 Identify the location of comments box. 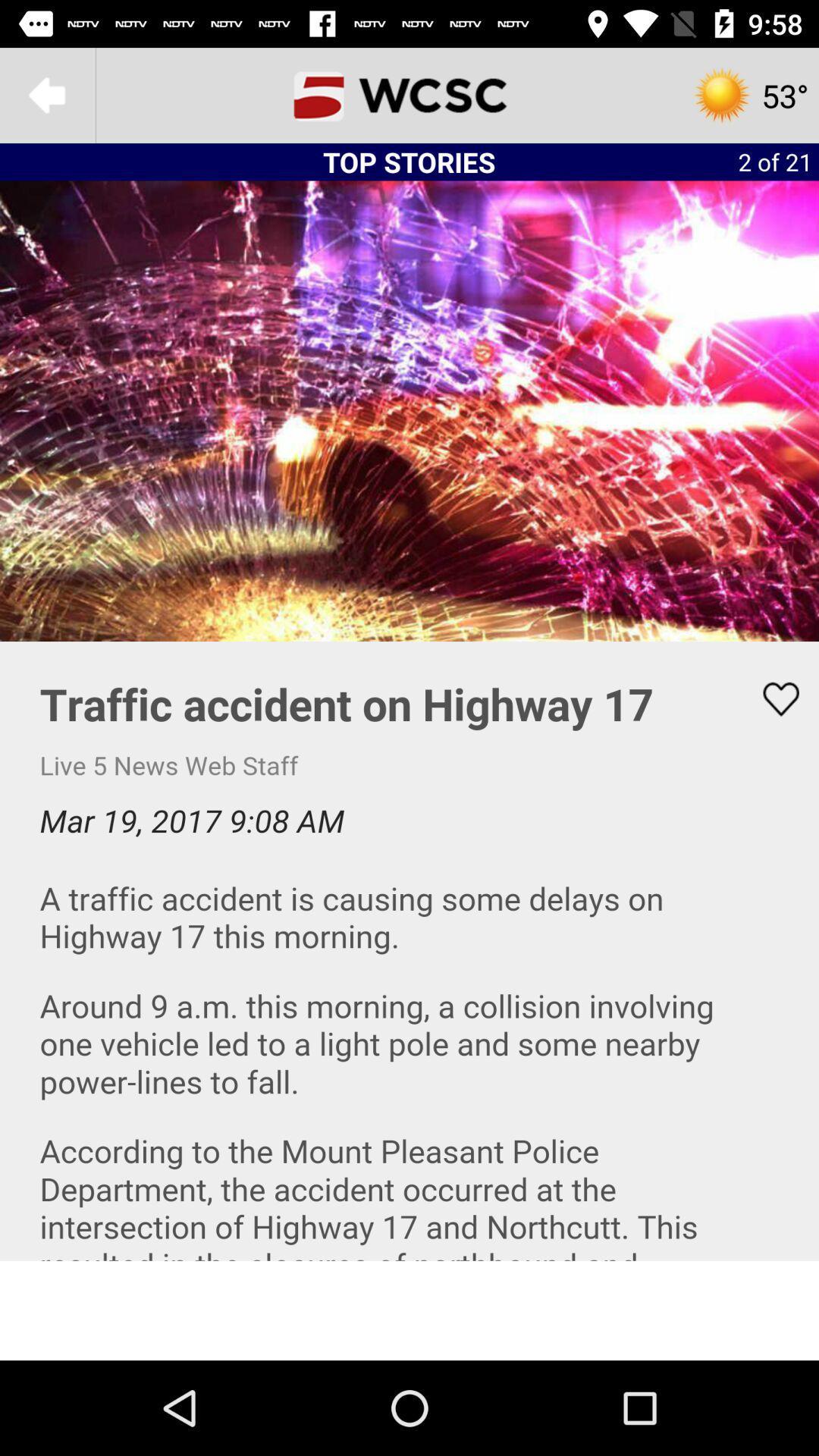
(409, 950).